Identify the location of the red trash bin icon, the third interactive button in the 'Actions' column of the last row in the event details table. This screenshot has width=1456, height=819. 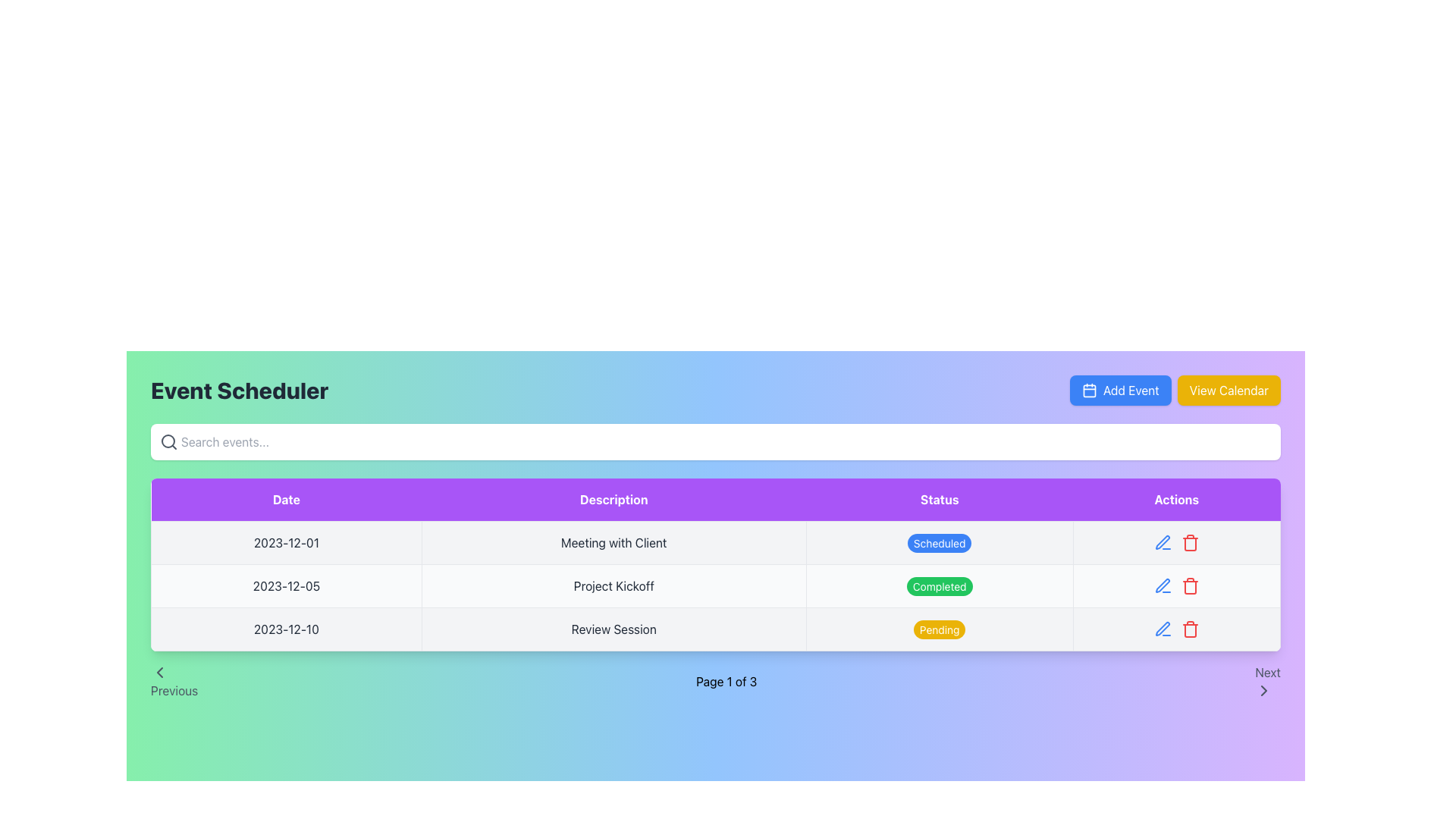
(1189, 585).